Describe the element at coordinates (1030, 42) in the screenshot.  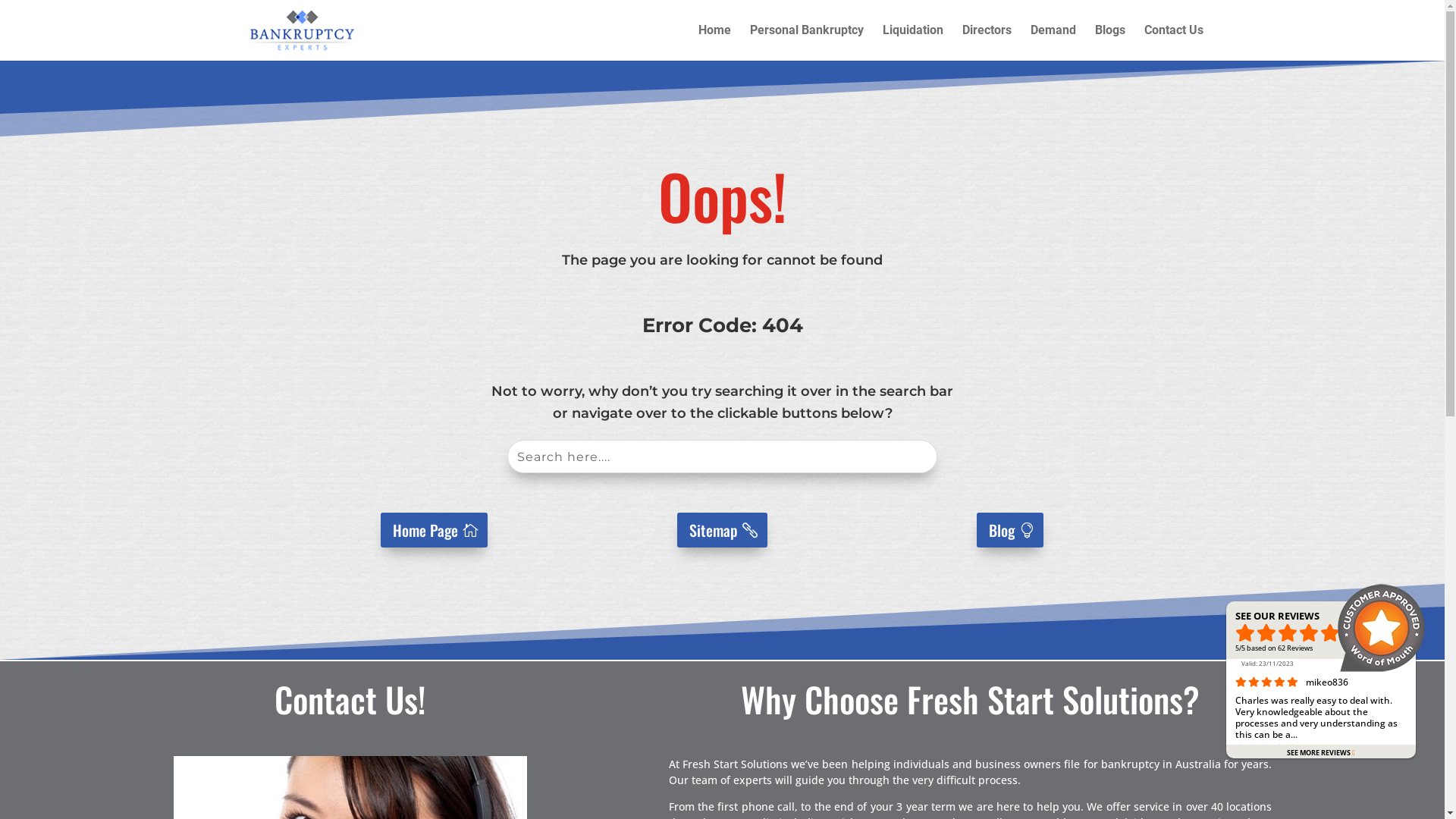
I see `'Demand'` at that location.